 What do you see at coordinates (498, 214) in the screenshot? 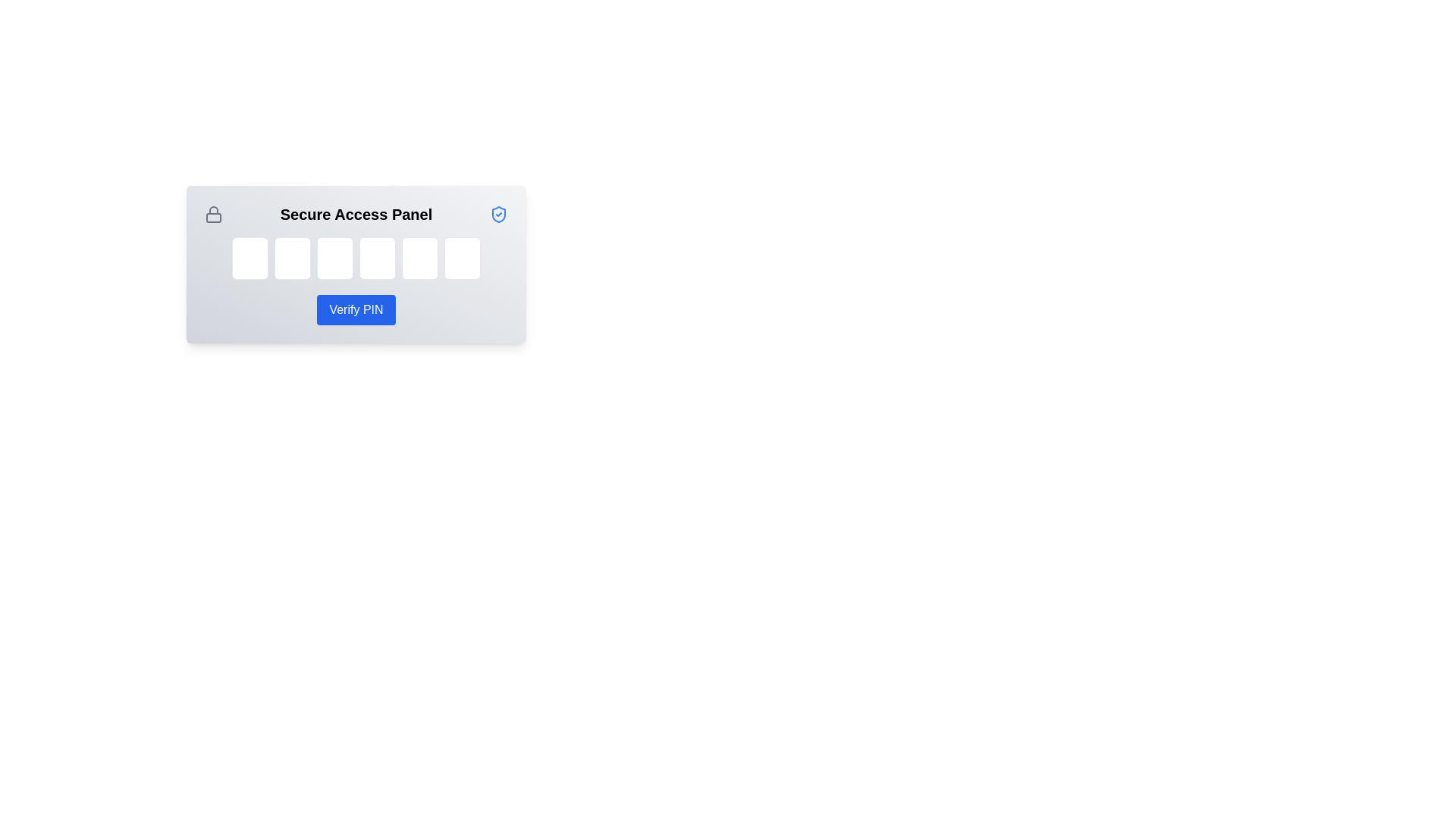
I see `the icon represented by a shield with a checkmark, located at the right-most part of the 'Secure Access Panel' header` at bounding box center [498, 214].